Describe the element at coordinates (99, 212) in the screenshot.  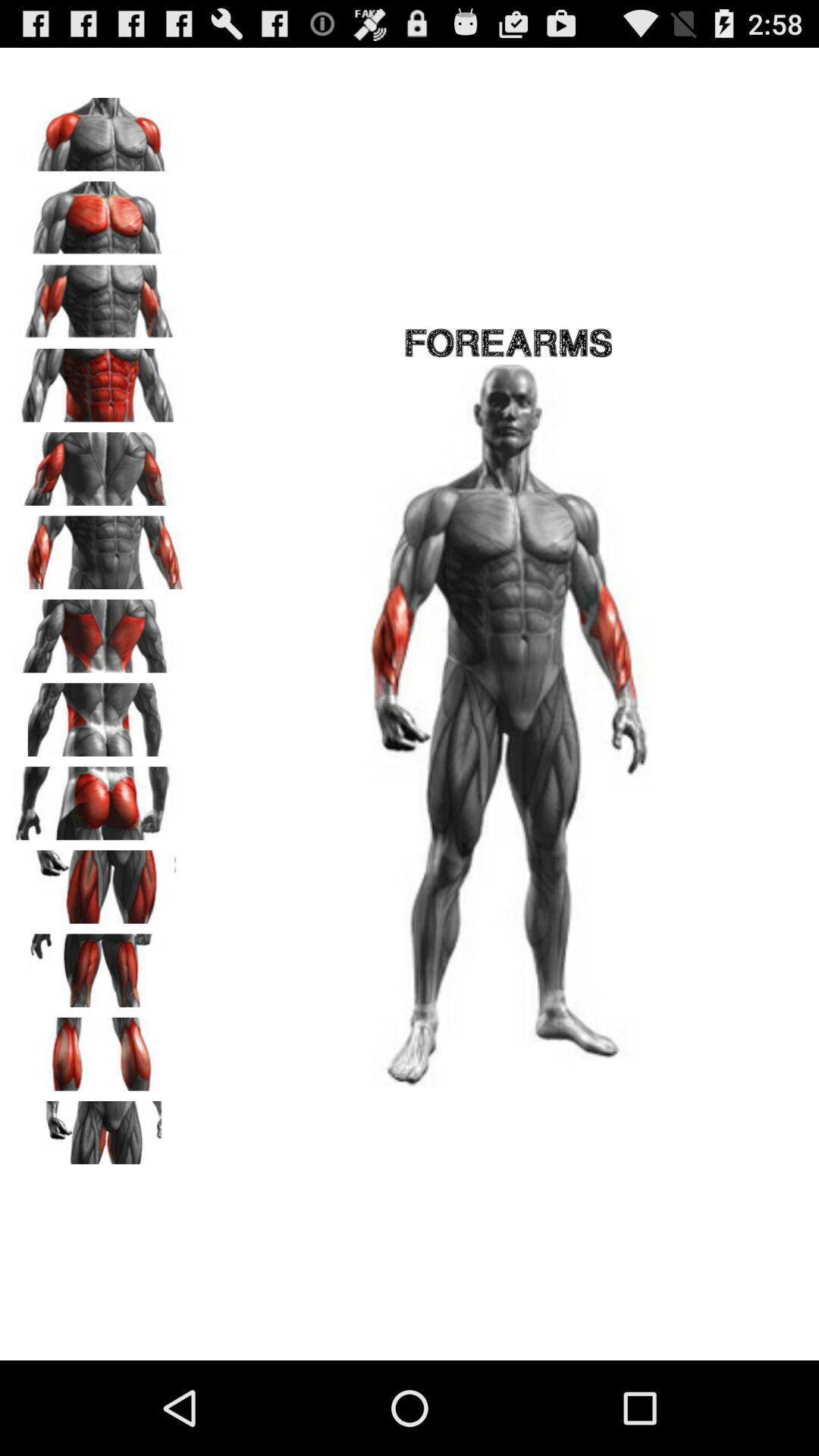
I see `pectorals` at that location.